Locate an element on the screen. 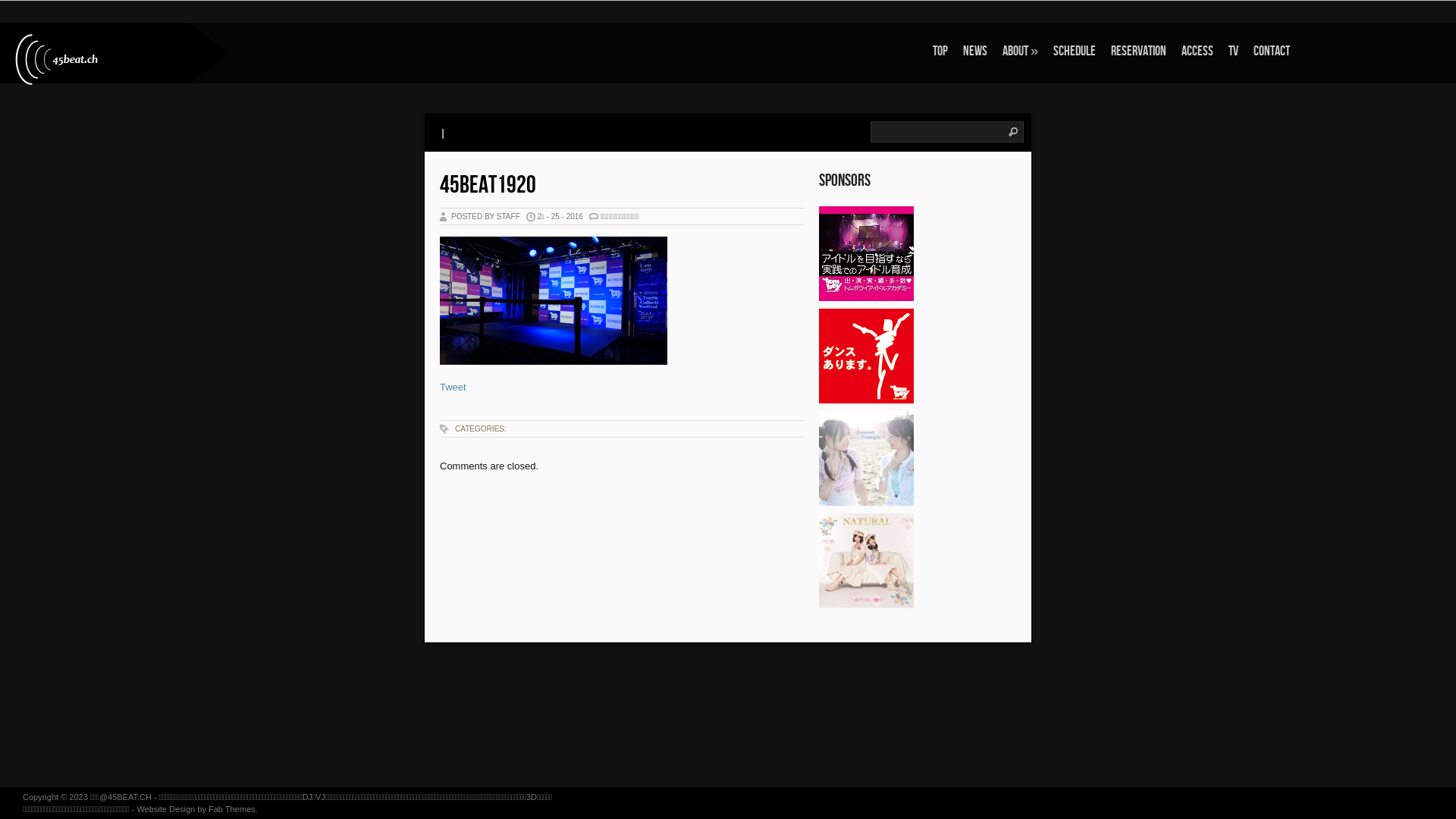 The width and height of the screenshot is (1456, 819). 'TV' is located at coordinates (1233, 50).